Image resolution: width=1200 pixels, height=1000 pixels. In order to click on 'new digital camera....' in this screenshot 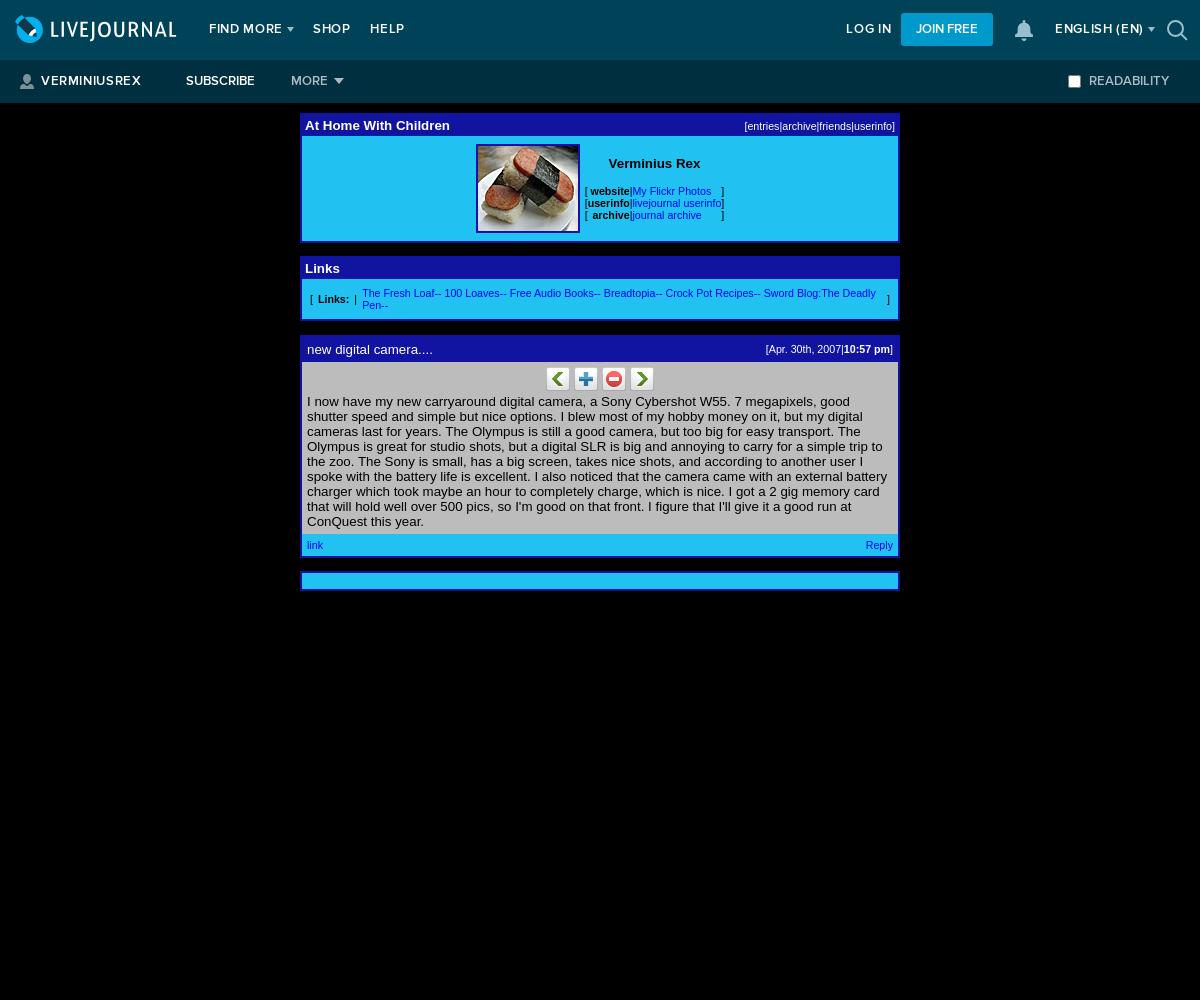, I will do `click(369, 347)`.